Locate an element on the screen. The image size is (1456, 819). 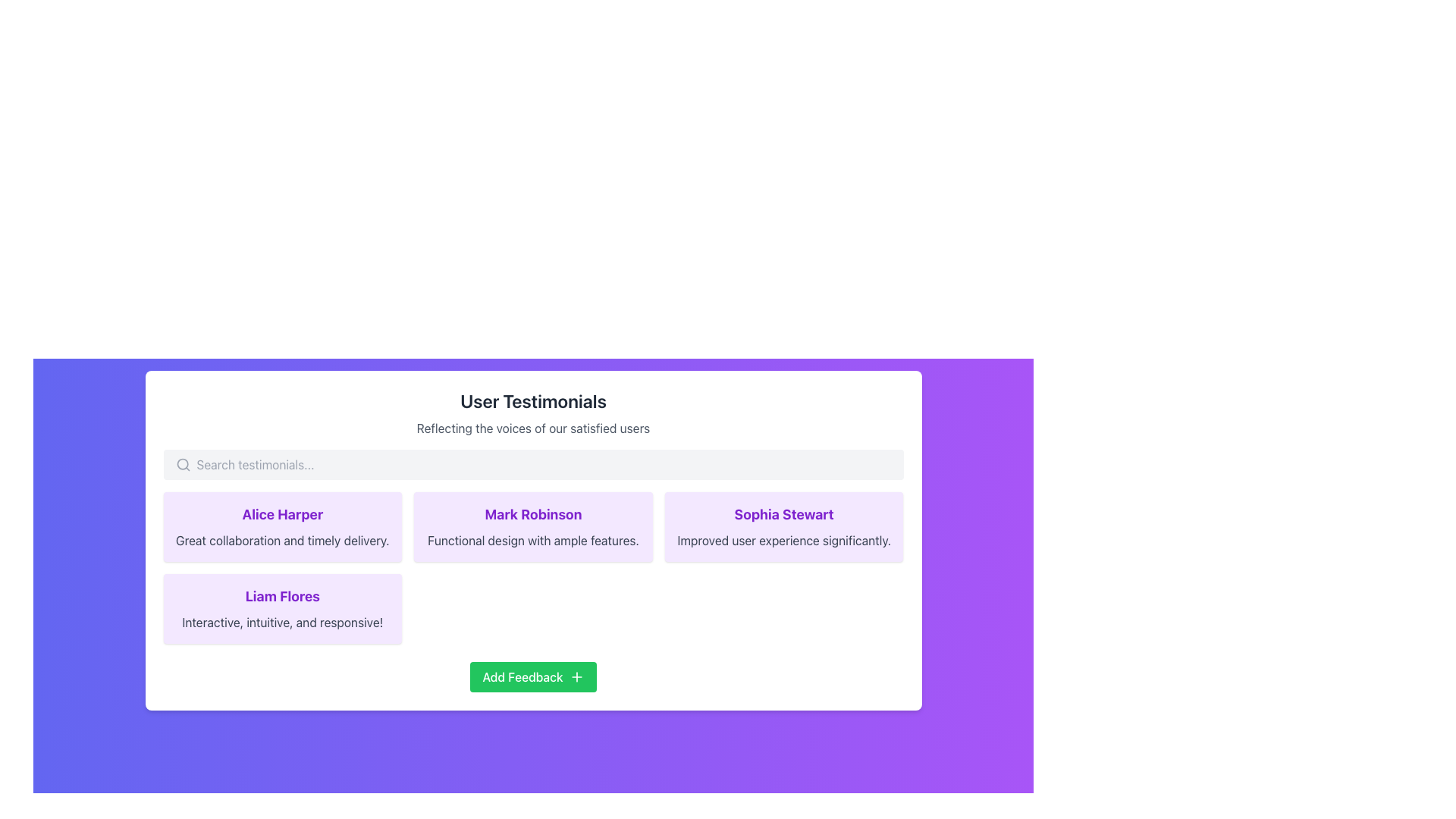
the text label displaying the message 'Interactive, intuitive, and responsive!', which is located beneath the name 'Liam Flores' in a card-like testimonial box is located at coordinates (282, 623).